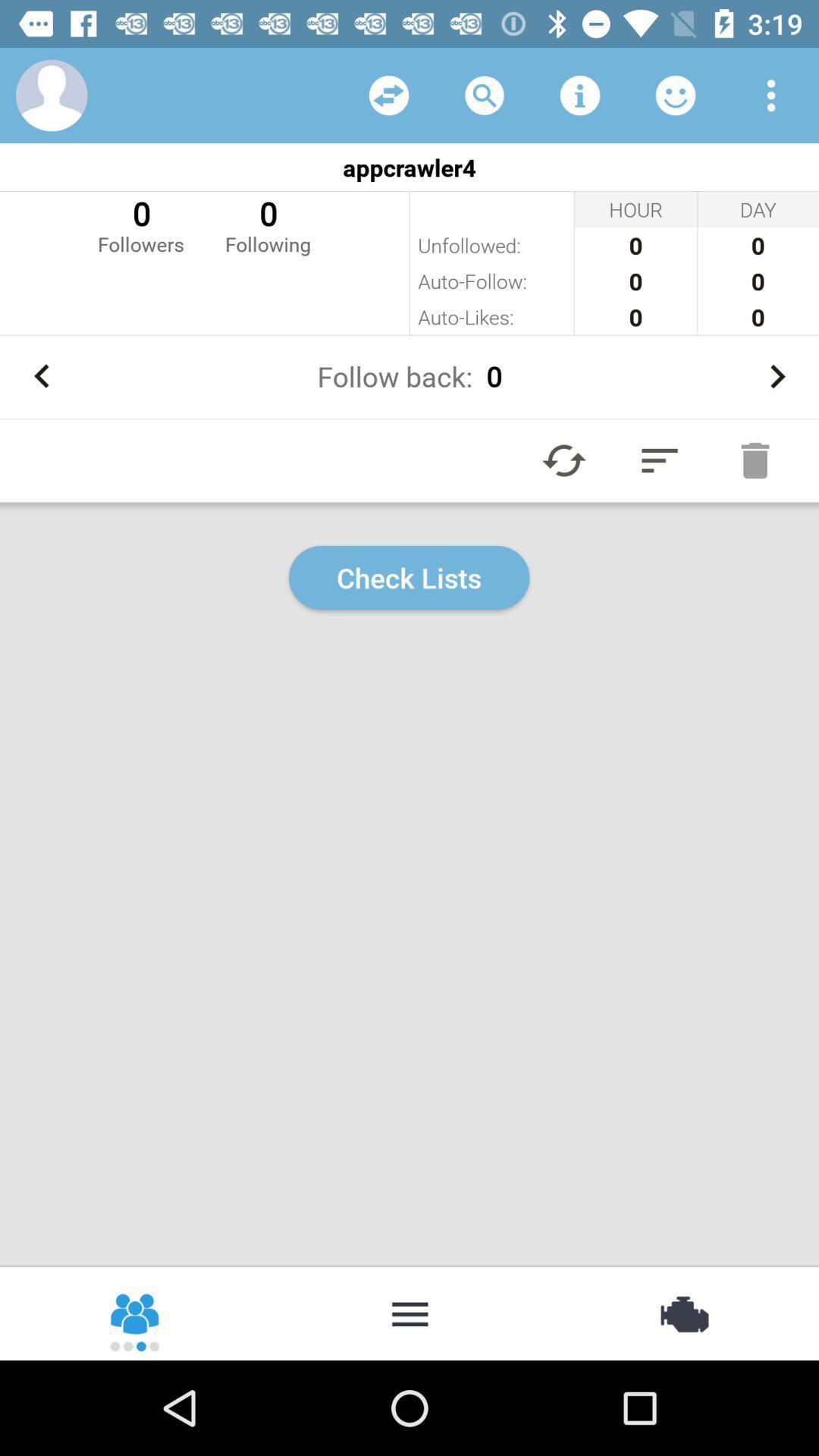 Image resolution: width=819 pixels, height=1456 pixels. I want to click on item at the bottom right corner, so click(682, 1312).